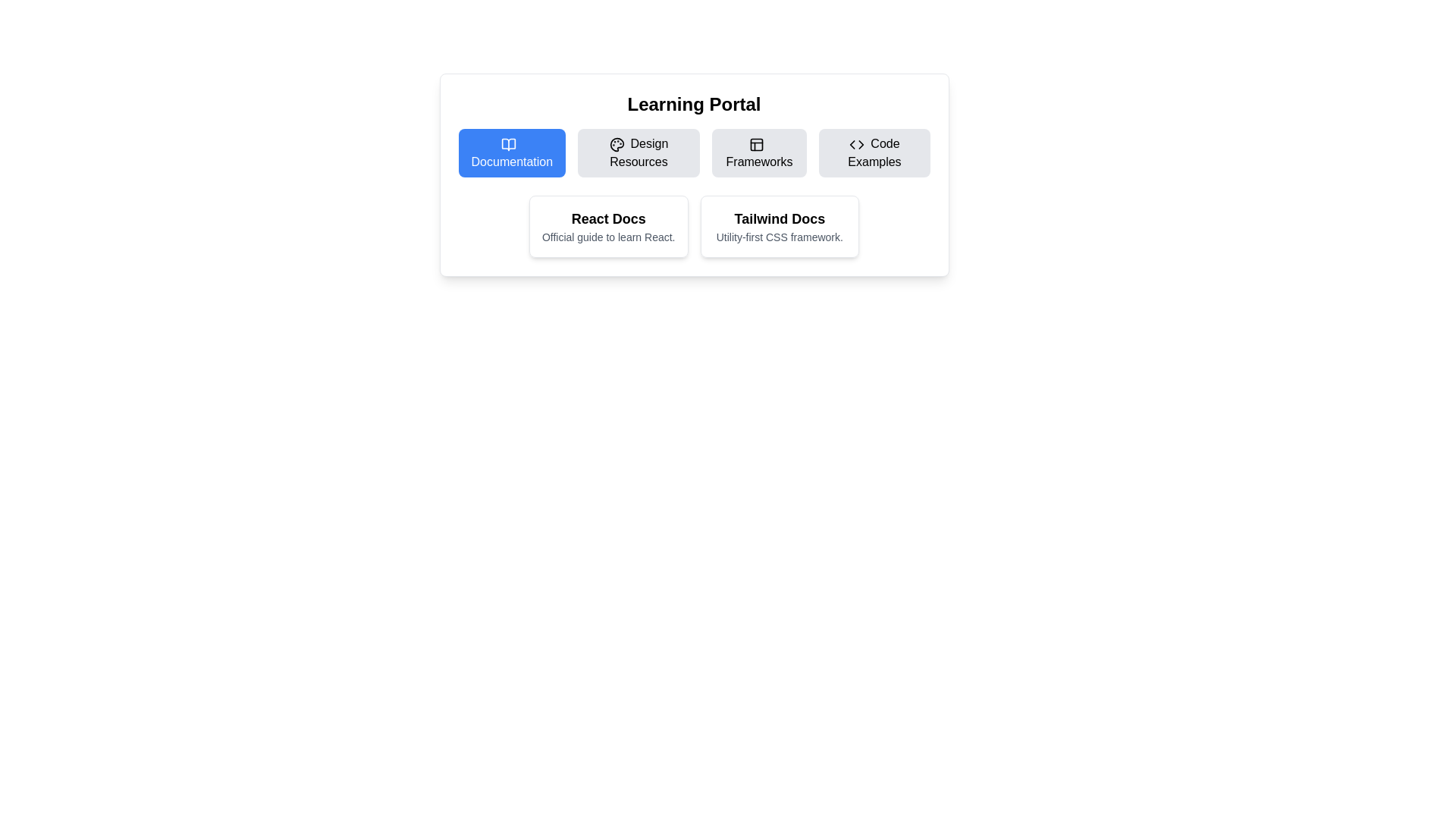  I want to click on the last button in the navigation section, which directs users to code examples or related resources, so click(874, 152).